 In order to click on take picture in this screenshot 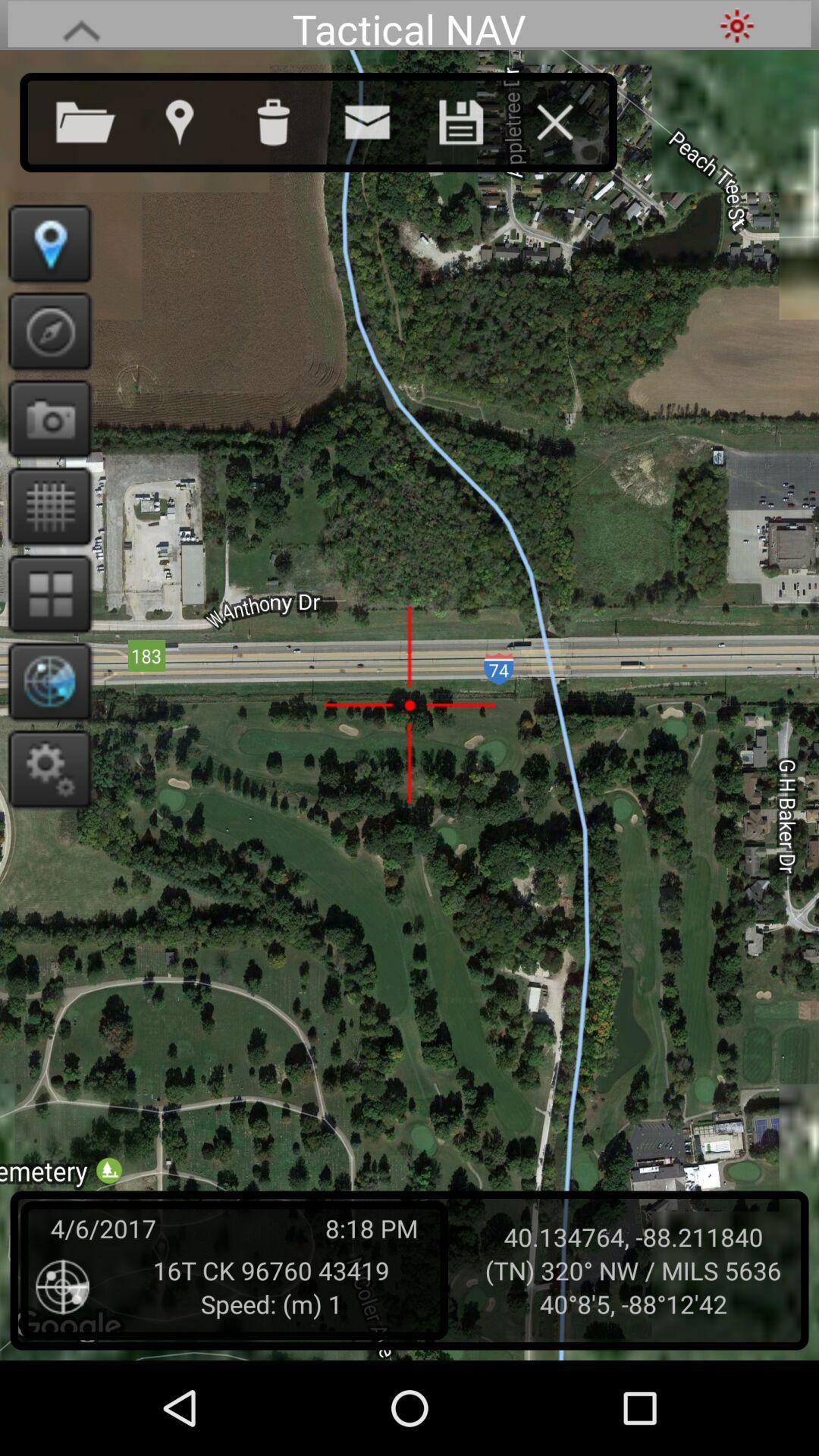, I will do `click(44, 419)`.